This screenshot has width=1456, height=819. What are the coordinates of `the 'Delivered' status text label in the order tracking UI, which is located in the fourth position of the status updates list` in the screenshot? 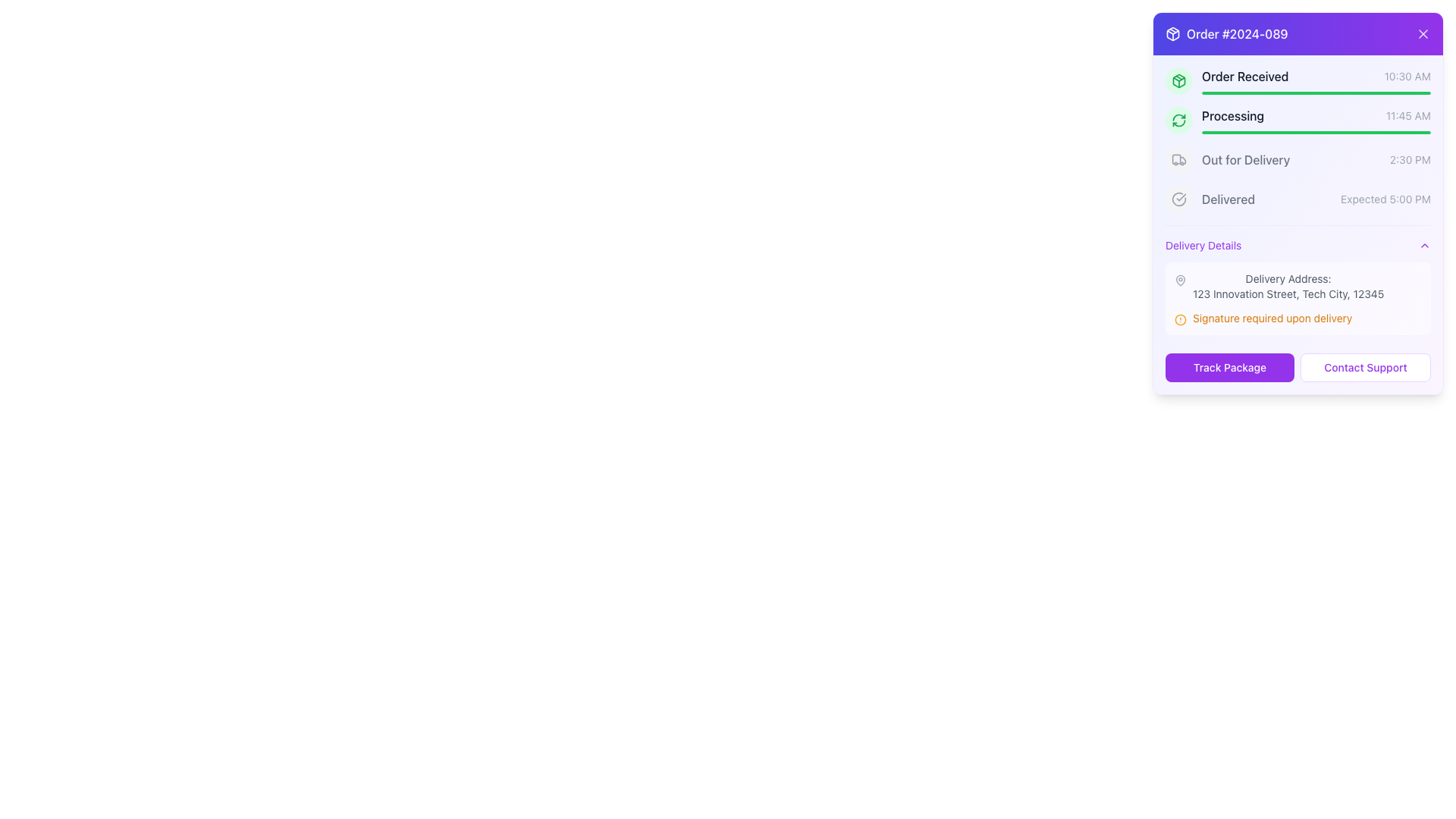 It's located at (1228, 198).